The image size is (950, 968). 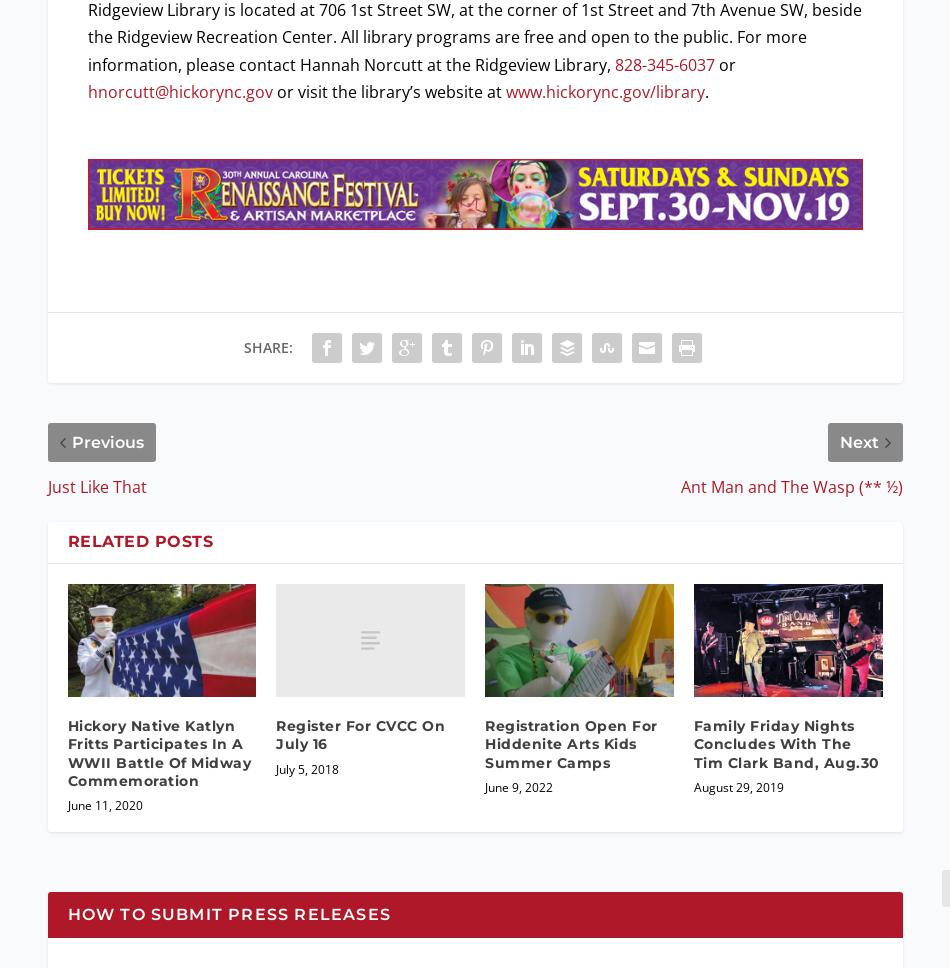 What do you see at coordinates (571, 744) in the screenshot?
I see `'Registration Open For Hiddenite Arts Kids Summer Camps'` at bounding box center [571, 744].